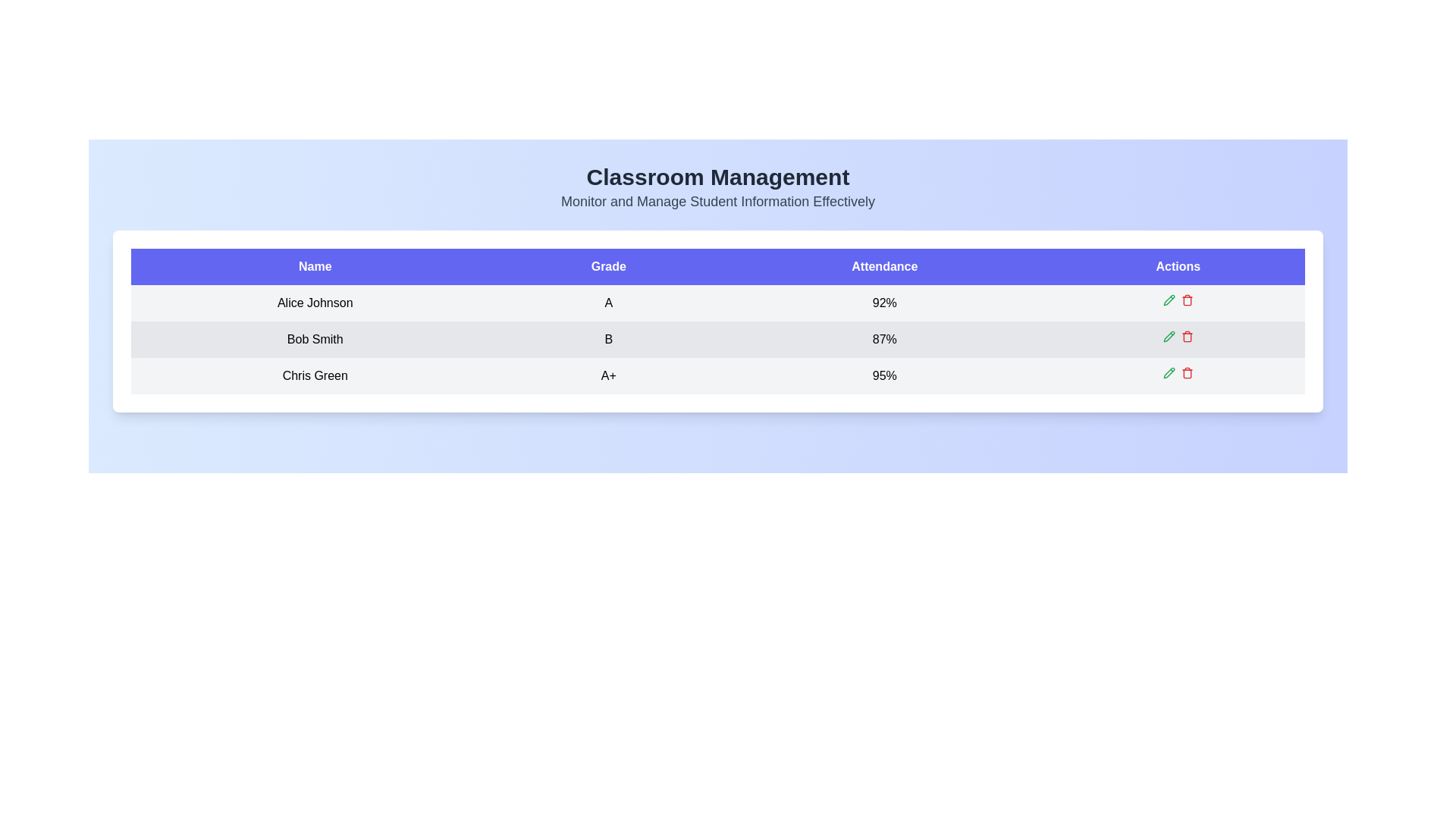 The height and width of the screenshot is (819, 1456). Describe the element at coordinates (1186, 337) in the screenshot. I see `the Delete icon located in the last cell of the second row in the Actions column of the table` at that location.